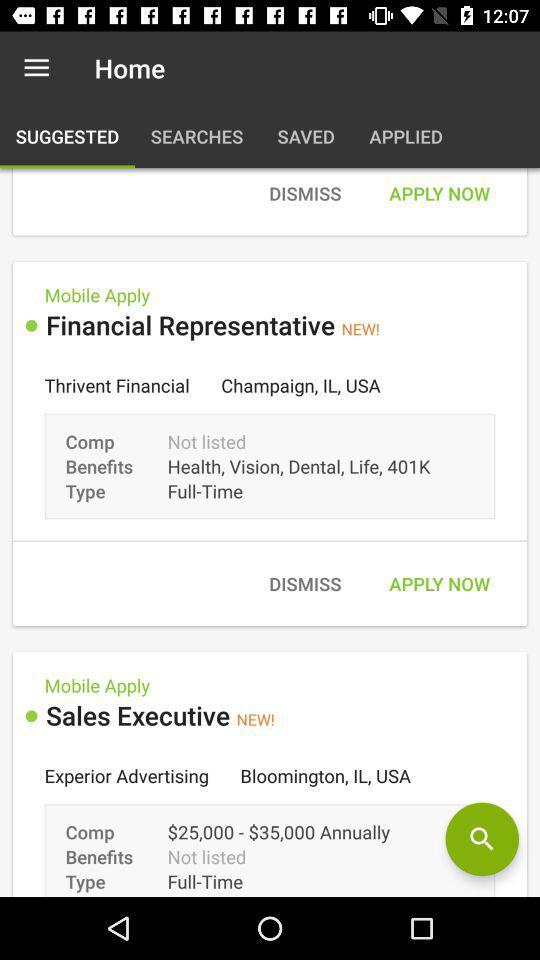 This screenshot has height=960, width=540. I want to click on search jobs, so click(481, 839).